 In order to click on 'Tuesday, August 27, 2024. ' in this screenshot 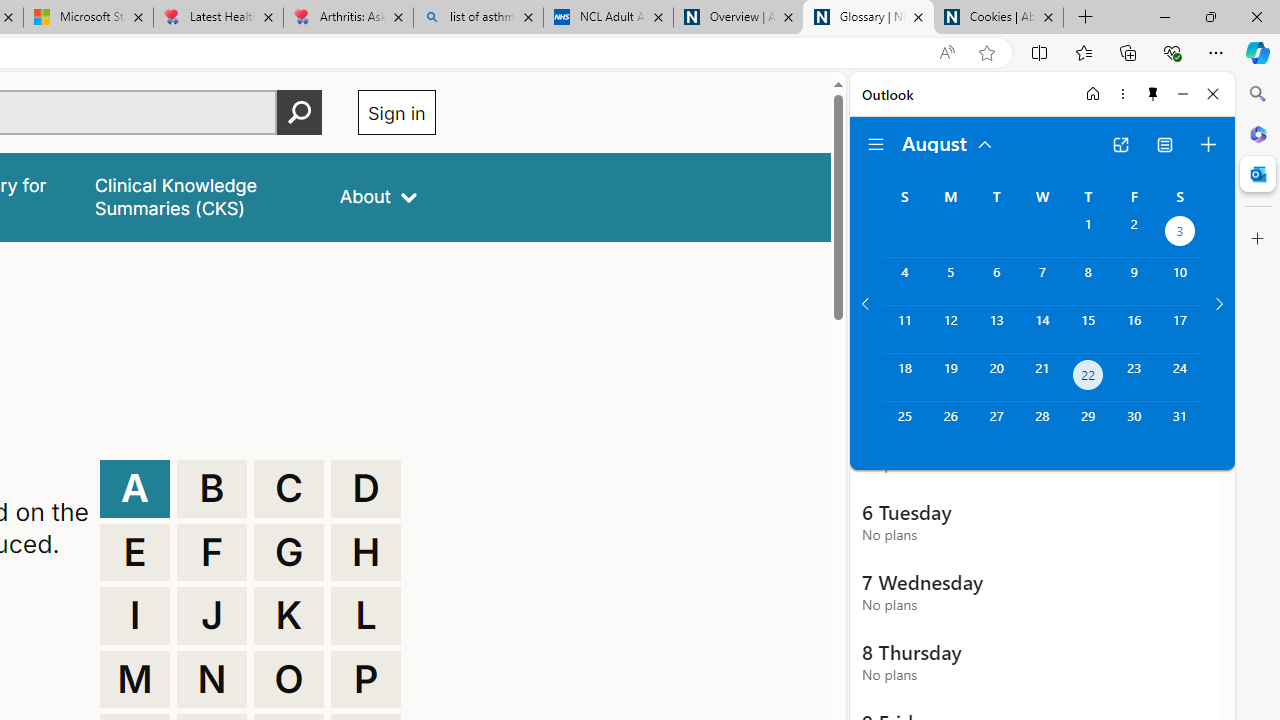, I will do `click(996, 424)`.